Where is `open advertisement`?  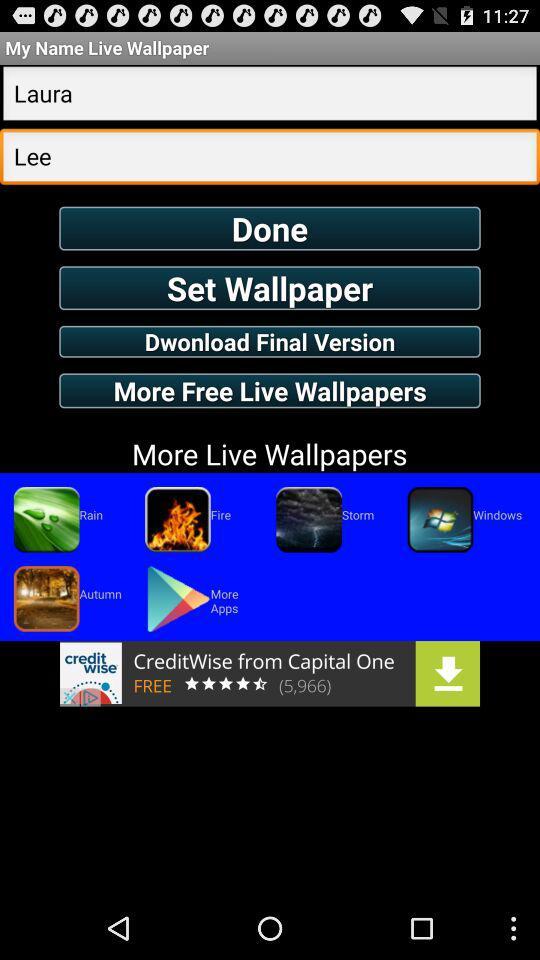
open advertisement is located at coordinates (270, 673).